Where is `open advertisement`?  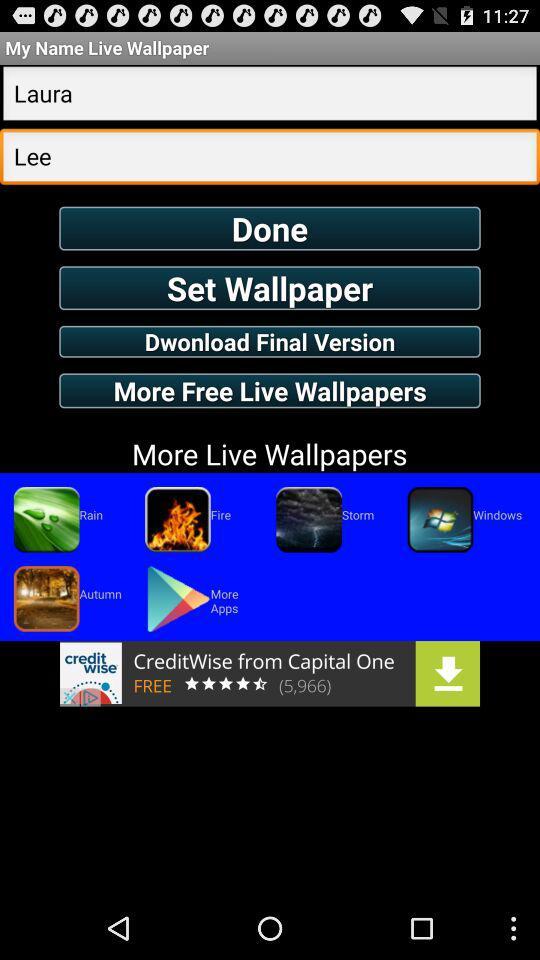
open advertisement is located at coordinates (270, 673).